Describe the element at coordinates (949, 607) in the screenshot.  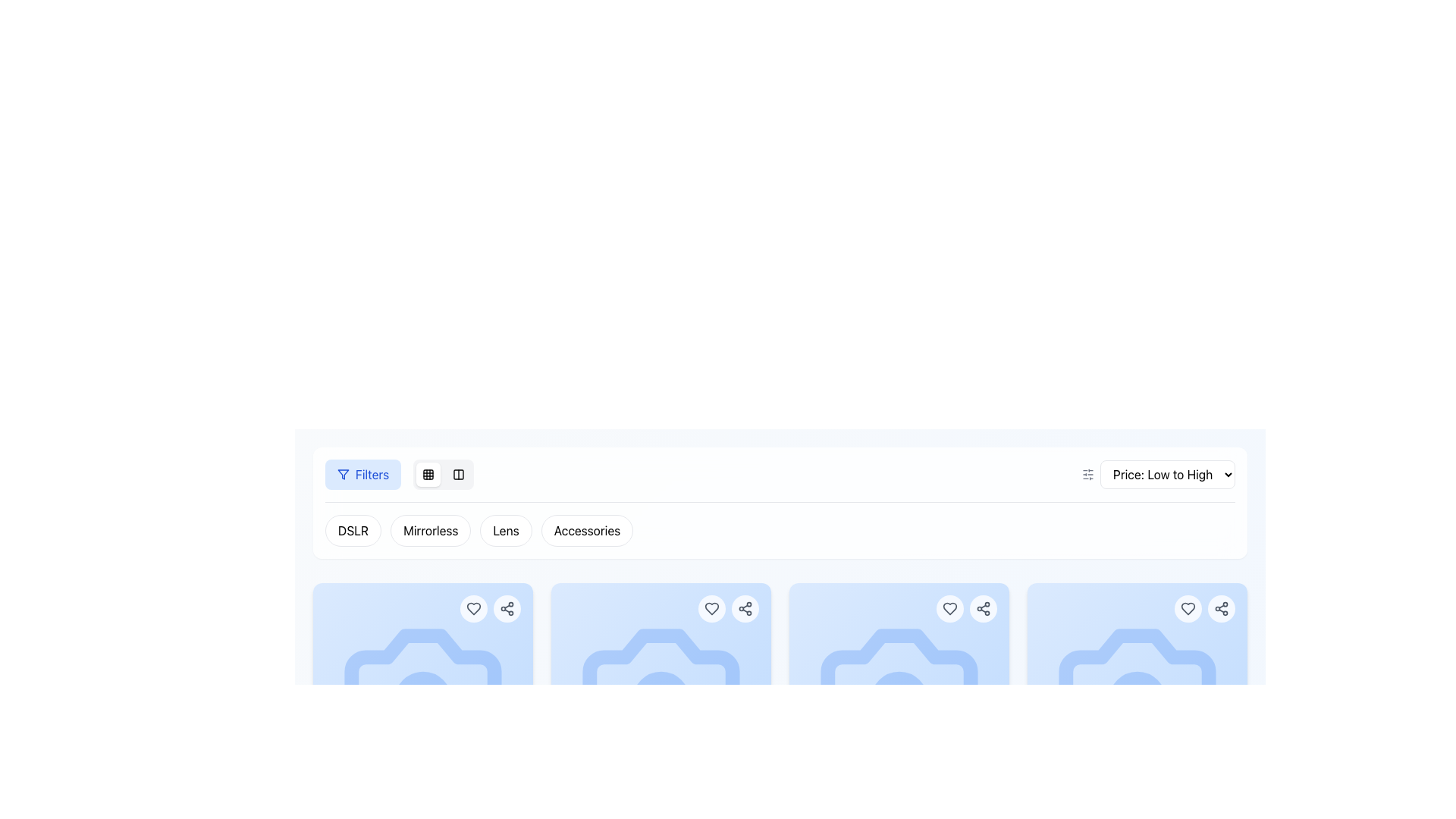
I see `the heart icon located in the top-right corner of a card element in the third column of the grid layout, which is styled with a dark gray stroke and no fill, positioned within a rounded rectangular white button` at that location.